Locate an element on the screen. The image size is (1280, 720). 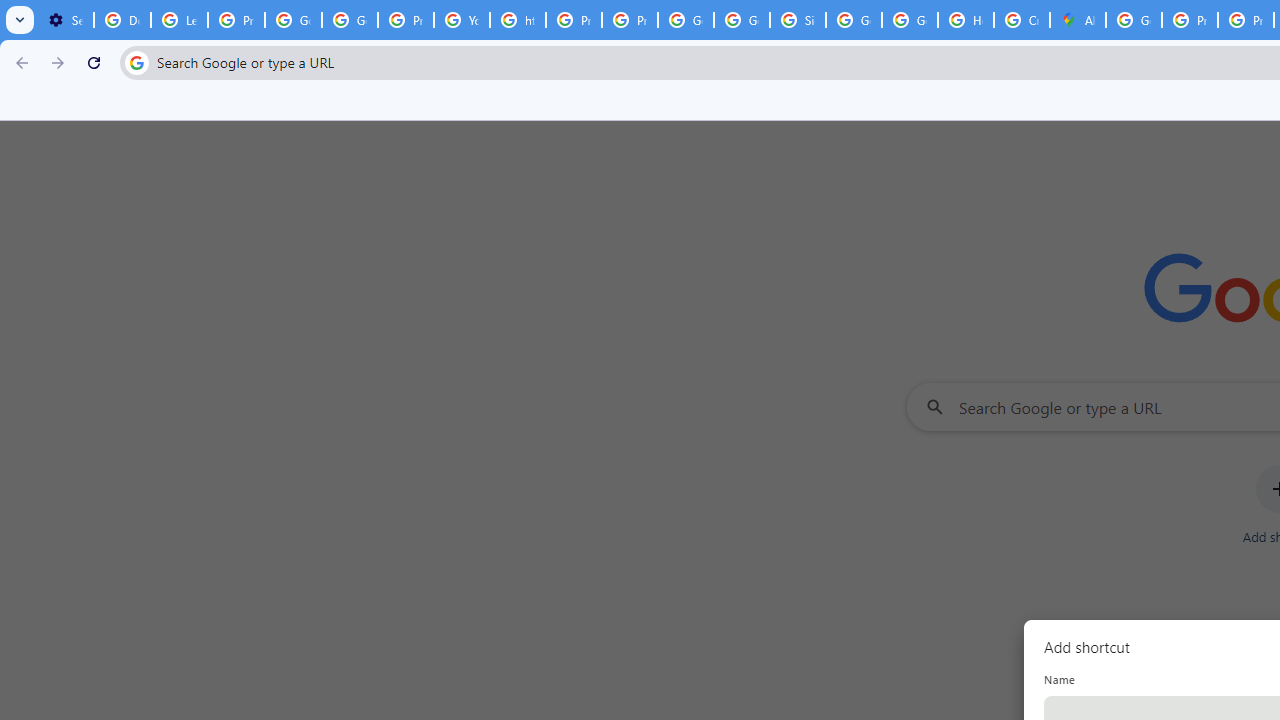
'Privacy Help Center - Policies Help' is located at coordinates (573, 20).